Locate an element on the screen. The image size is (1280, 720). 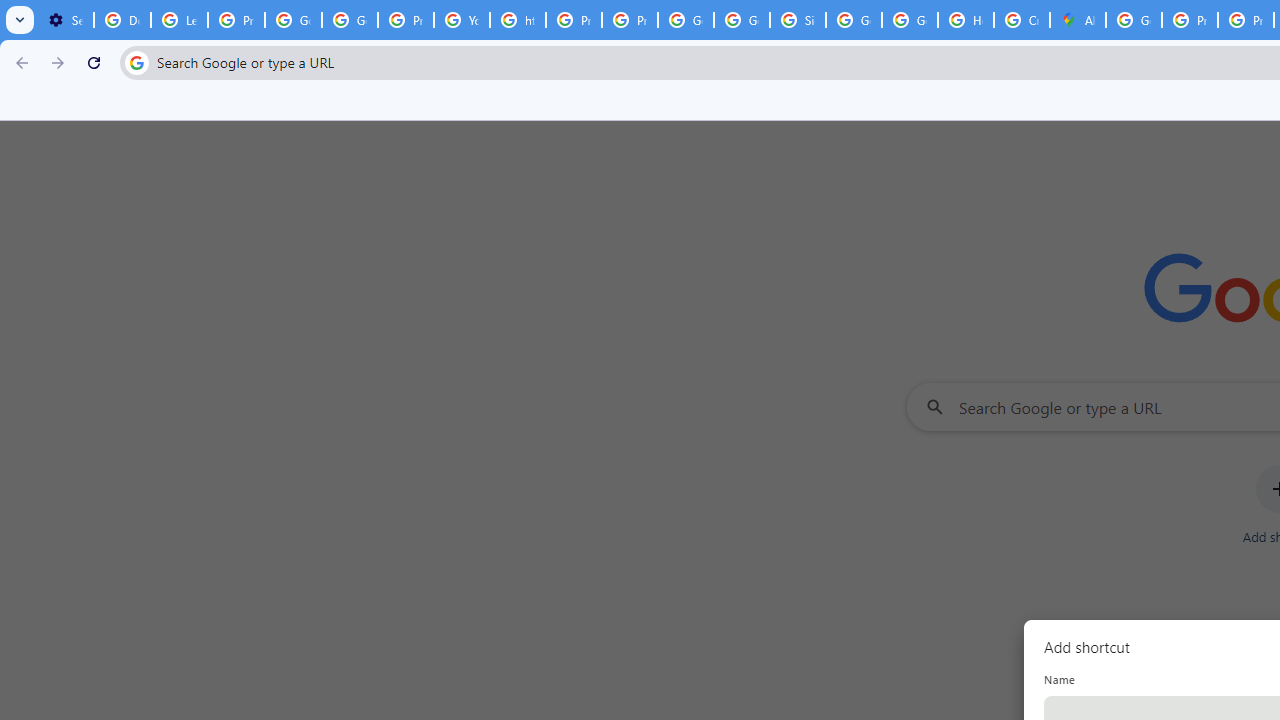
'Privacy Help Center - Policies Help' is located at coordinates (573, 20).